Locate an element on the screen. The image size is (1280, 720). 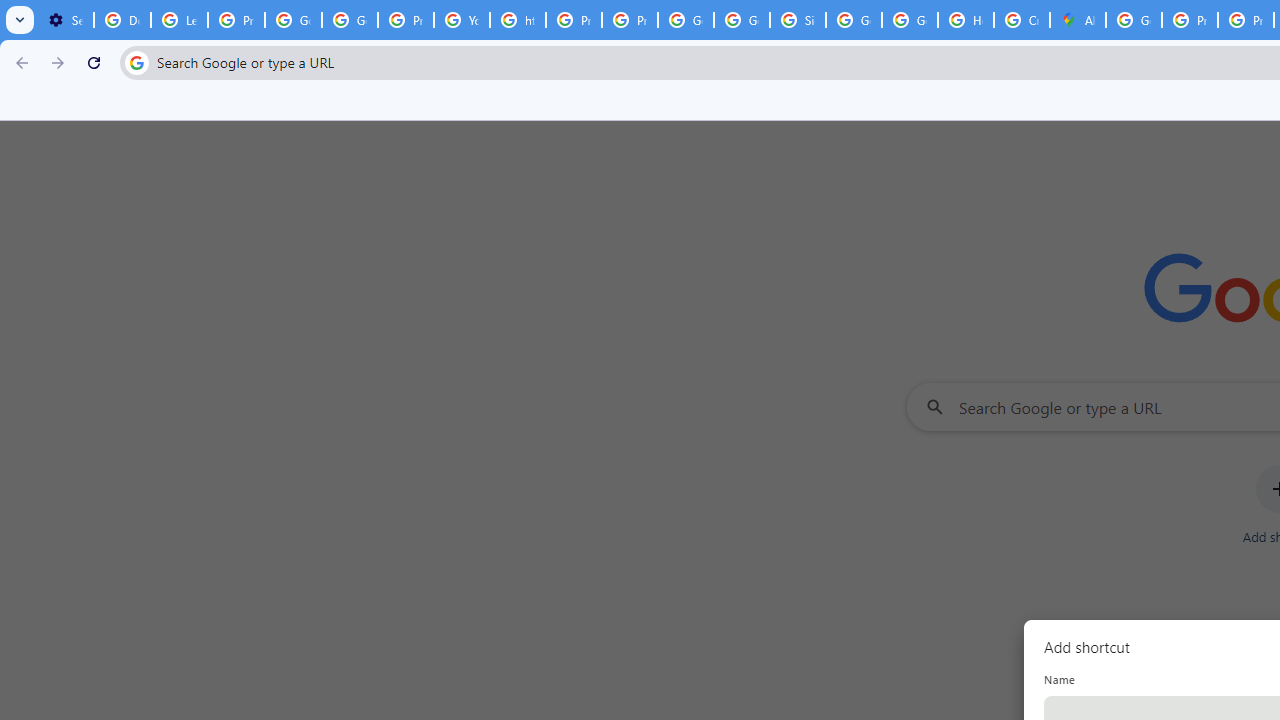
'Privacy Help Center - Policies Help' is located at coordinates (573, 20).